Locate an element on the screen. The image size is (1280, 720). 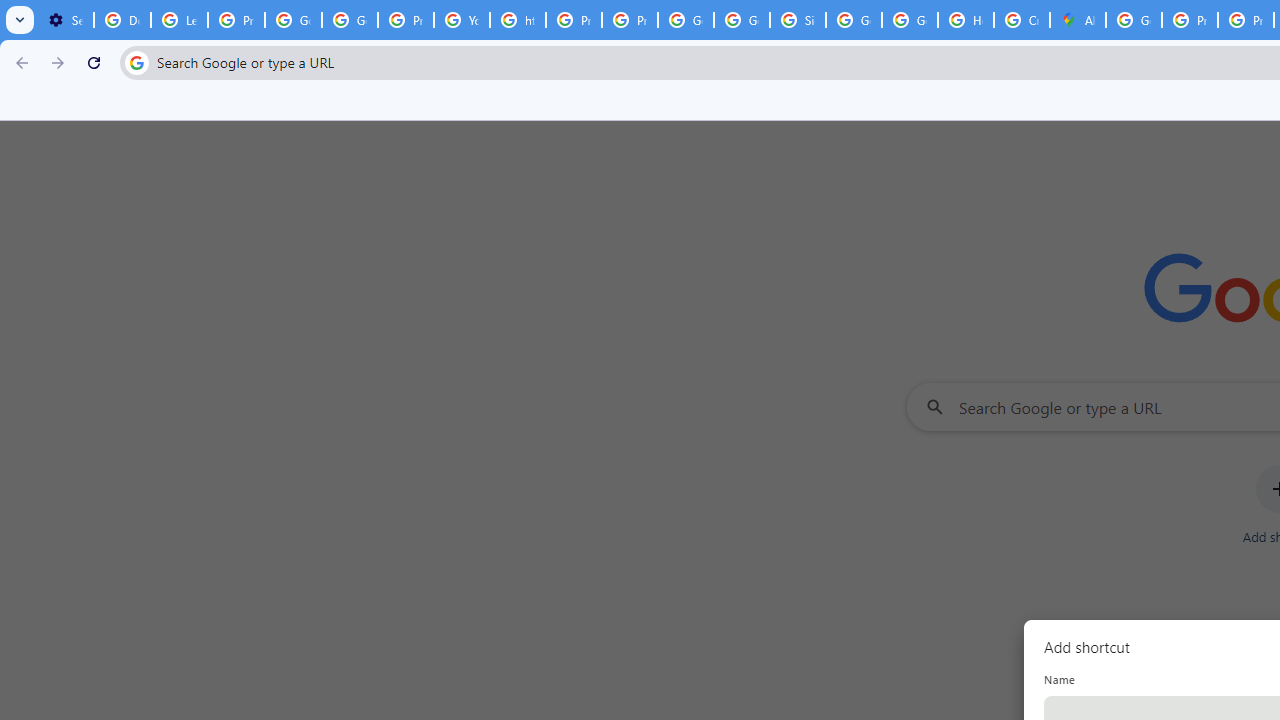
'Privacy Help Center - Policies Help' is located at coordinates (573, 20).